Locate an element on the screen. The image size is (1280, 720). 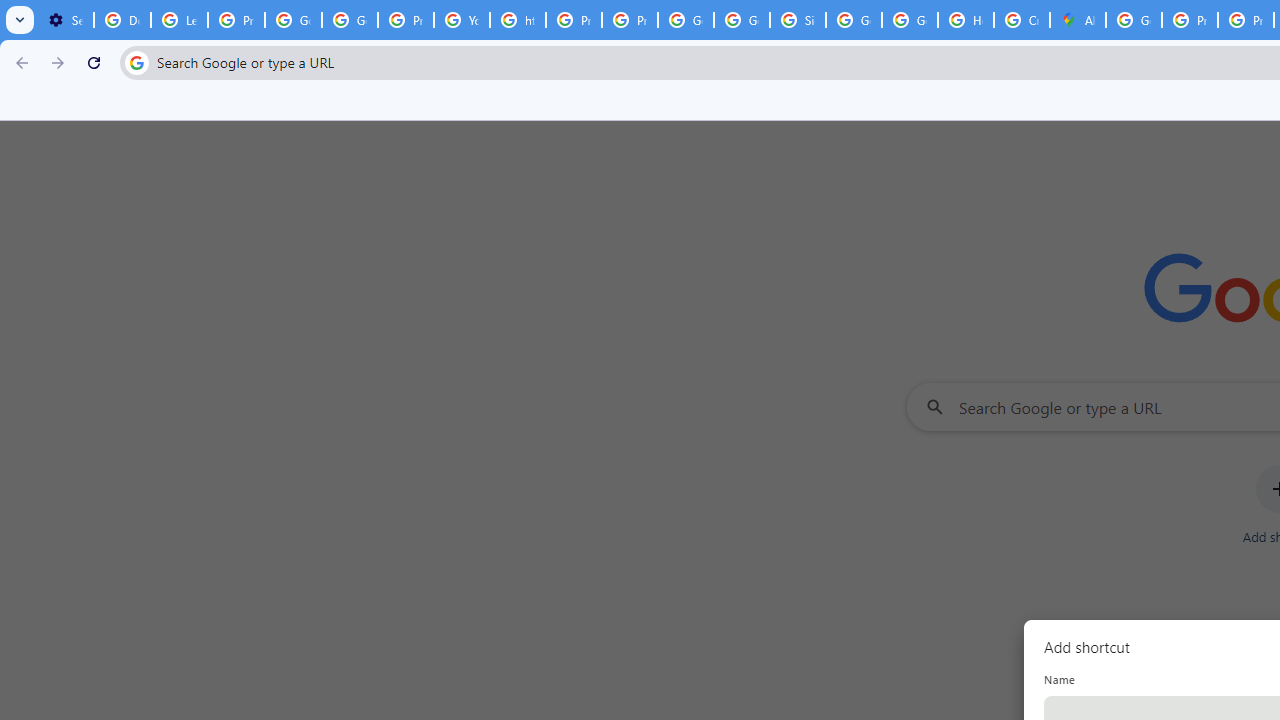
'Privacy Help Center - Policies Help' is located at coordinates (573, 20).